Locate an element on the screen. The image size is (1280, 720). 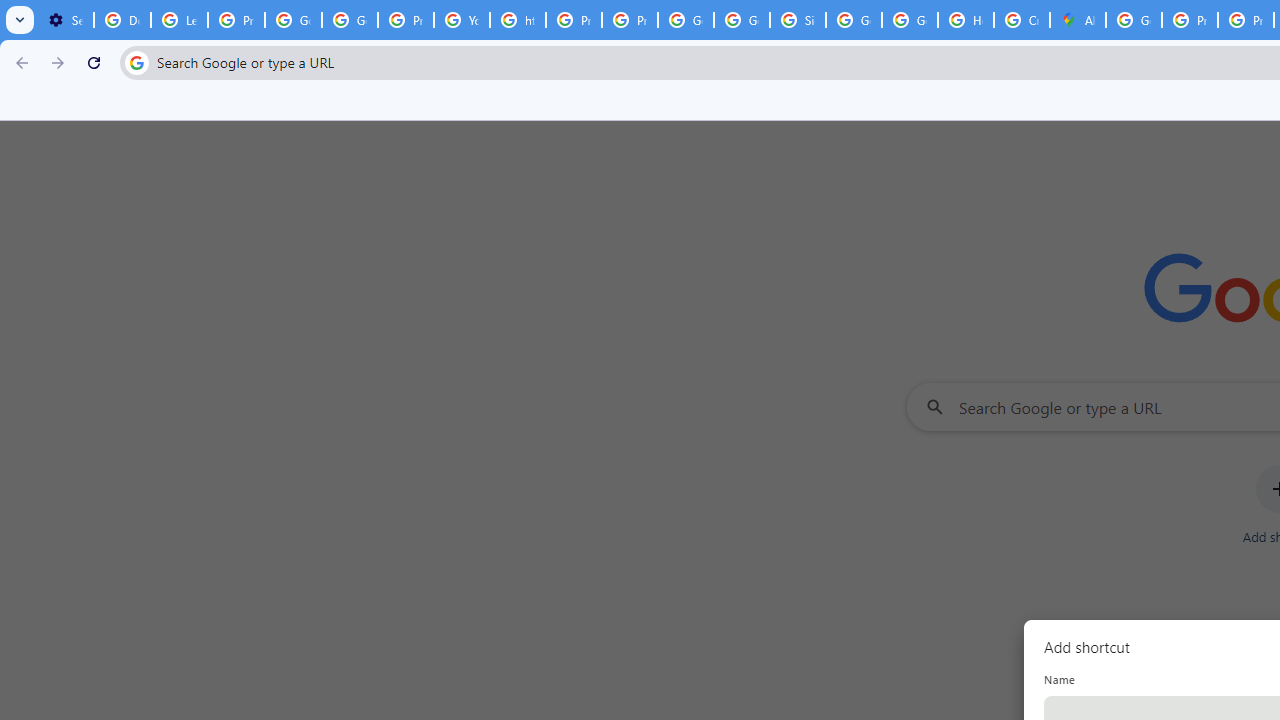
'Privacy Help Center - Policies Help' is located at coordinates (573, 20).